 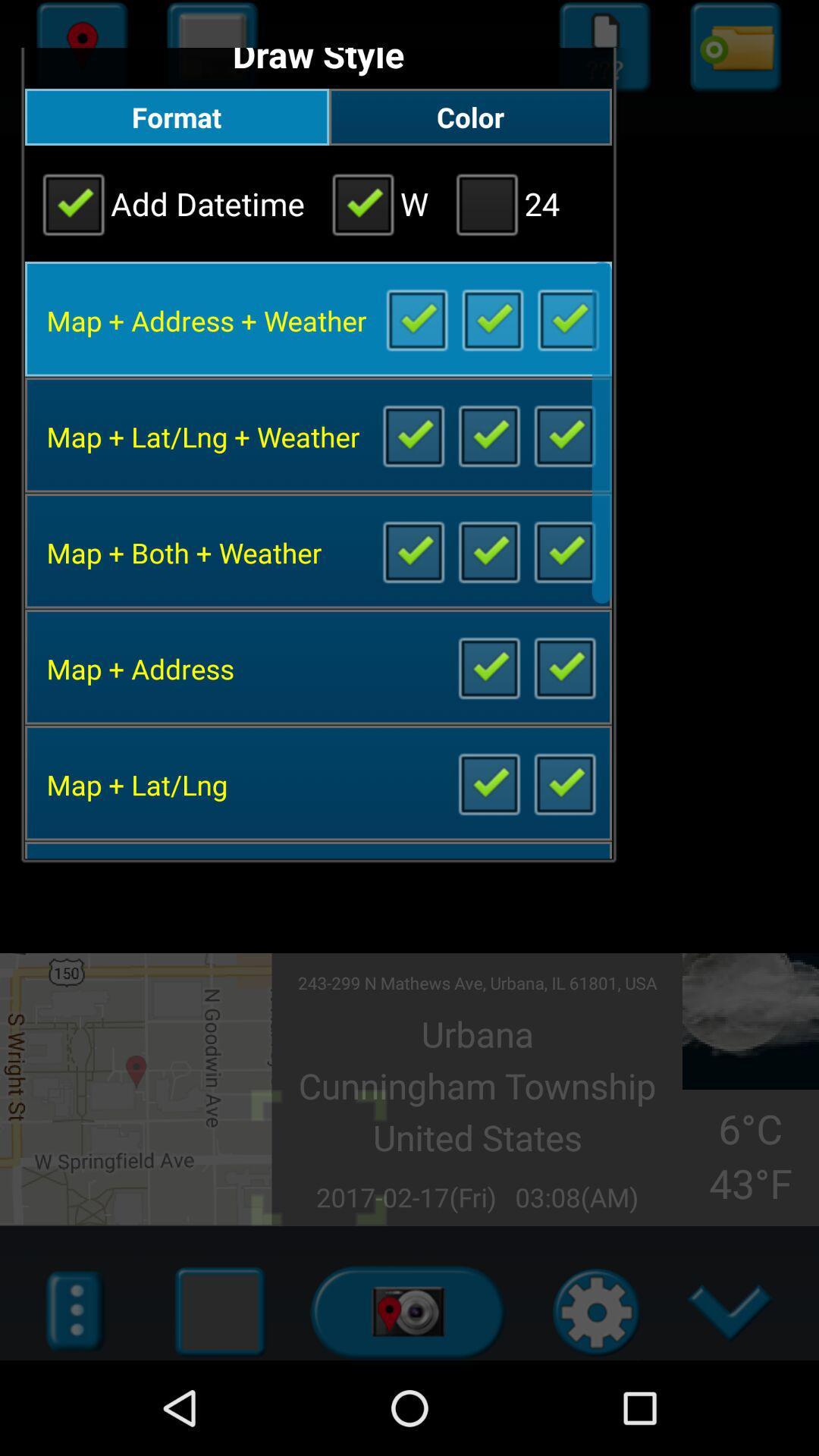 I want to click on box, so click(x=567, y=318).